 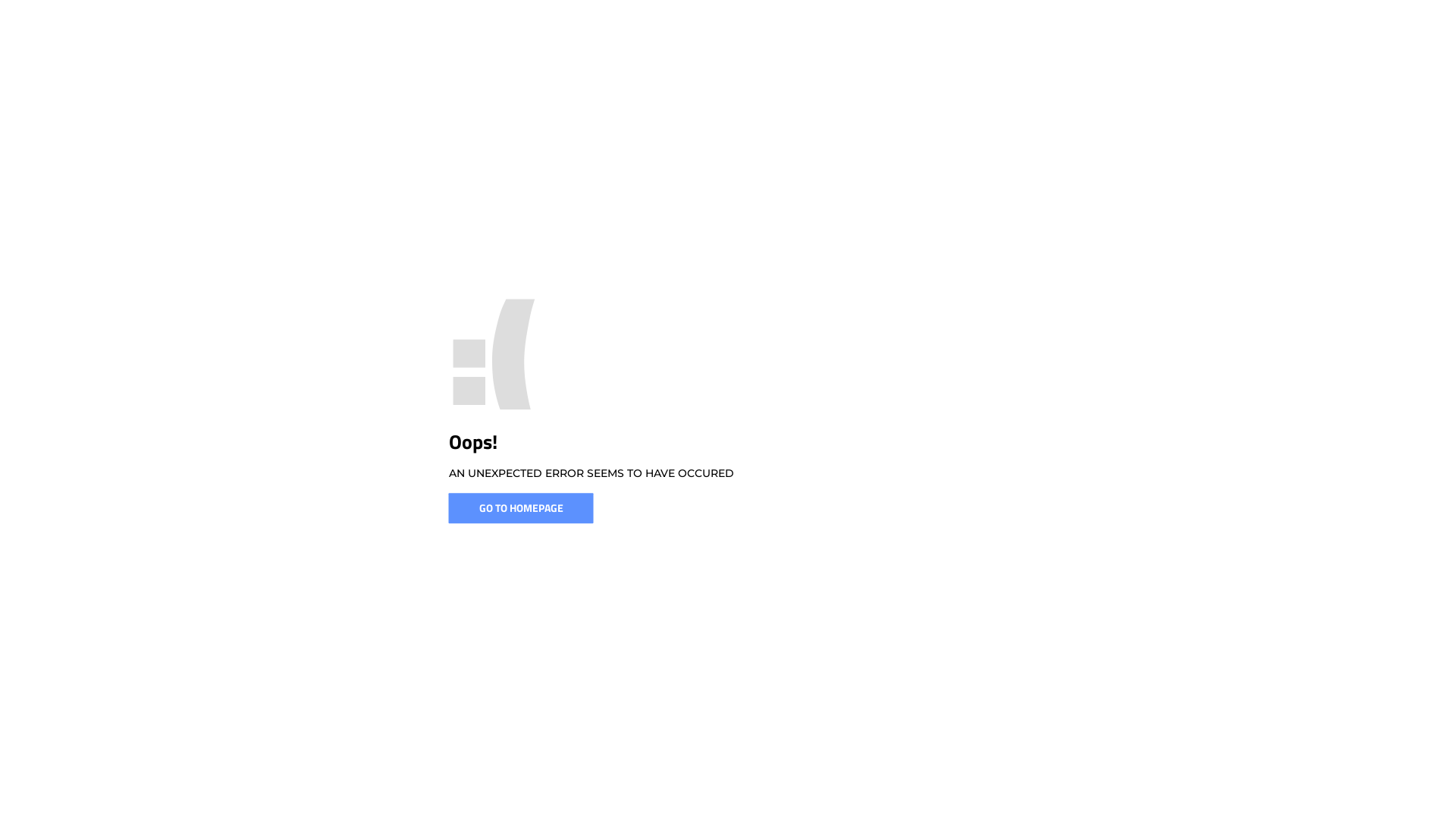 I want to click on 'GO TO HOMEPAGE', so click(x=447, y=508).